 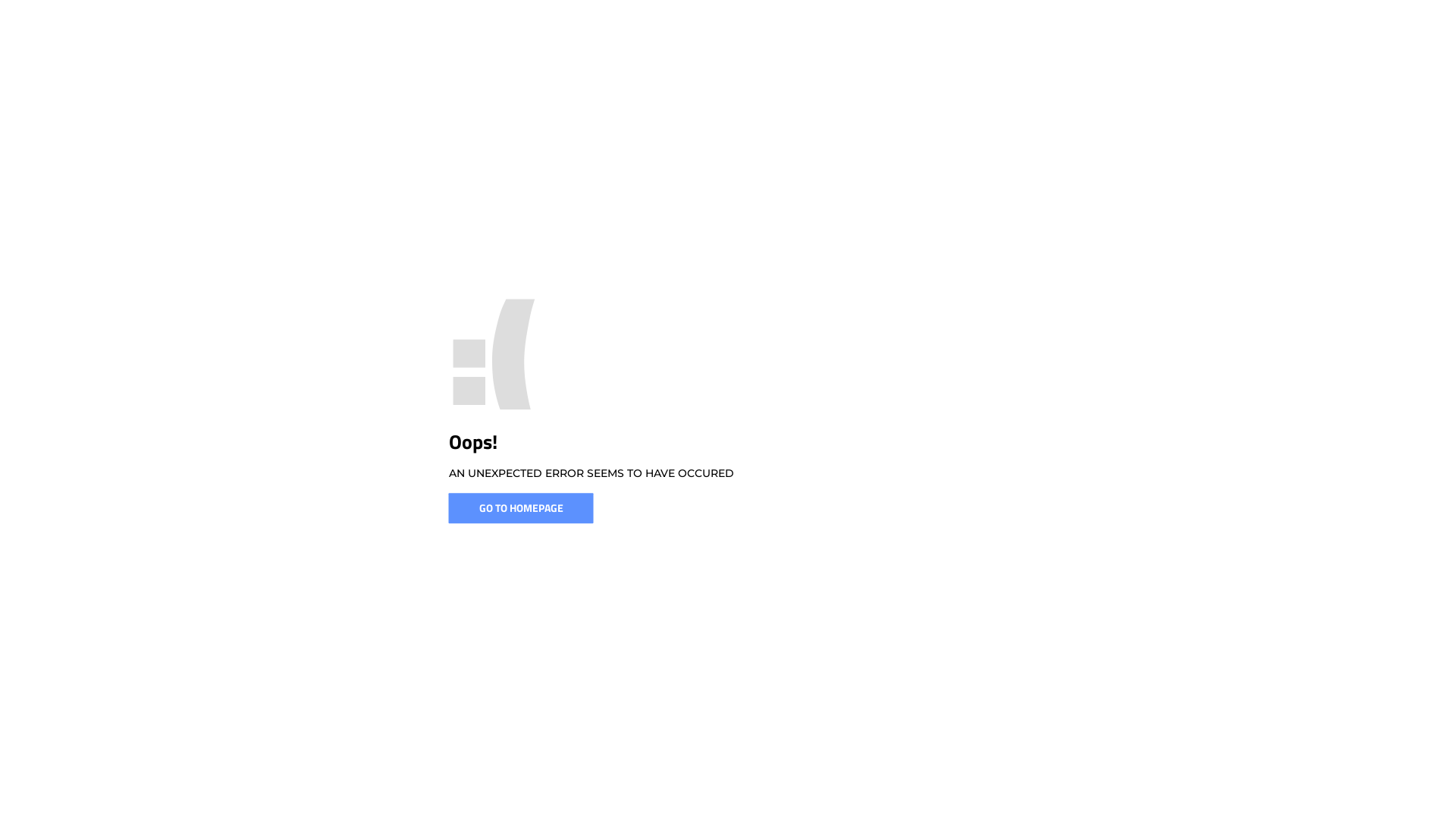 I want to click on 'GO TO HOMEPAGE', so click(x=447, y=508).